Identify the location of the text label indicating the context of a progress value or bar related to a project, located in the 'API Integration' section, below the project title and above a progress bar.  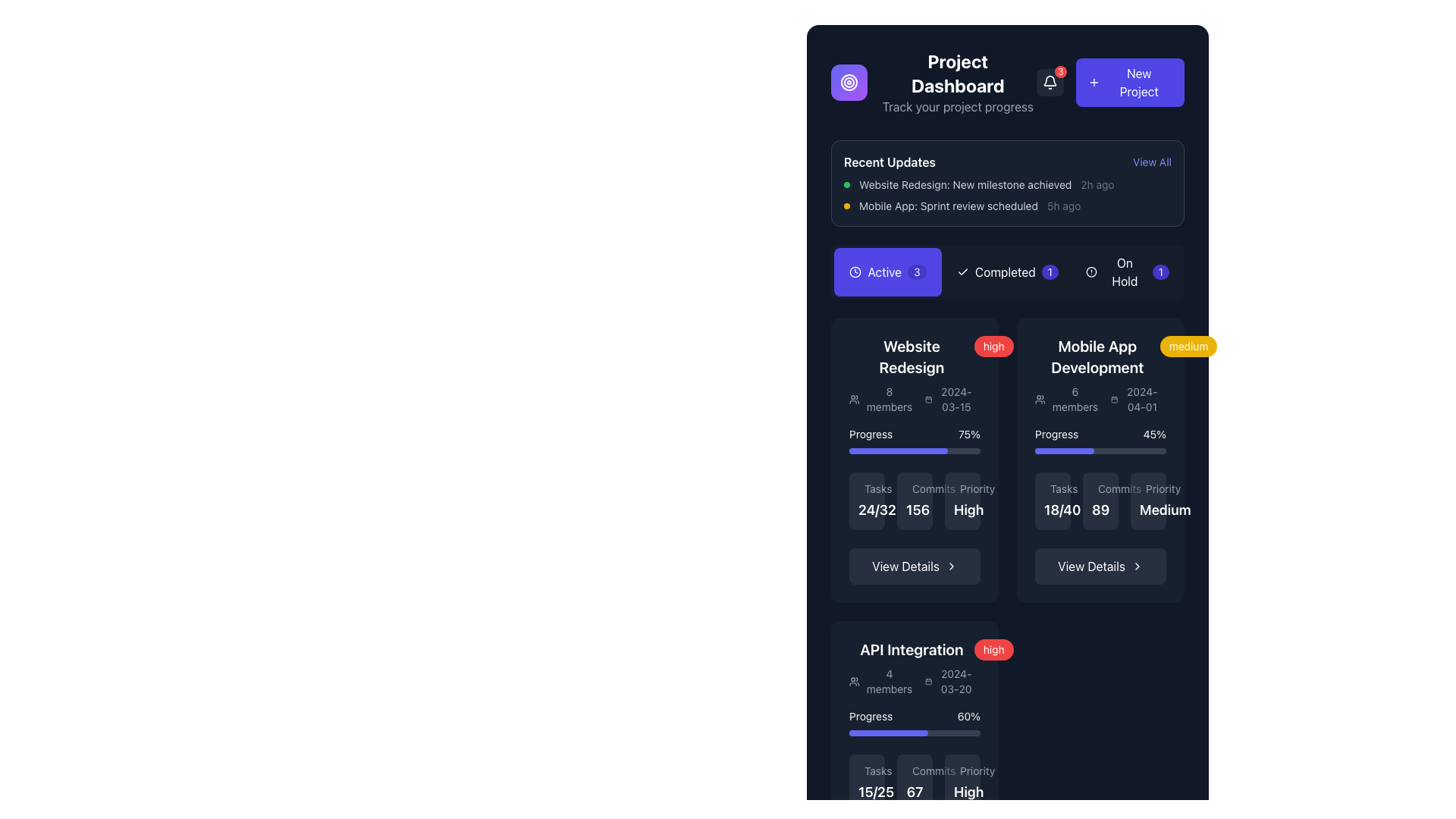
(871, 717).